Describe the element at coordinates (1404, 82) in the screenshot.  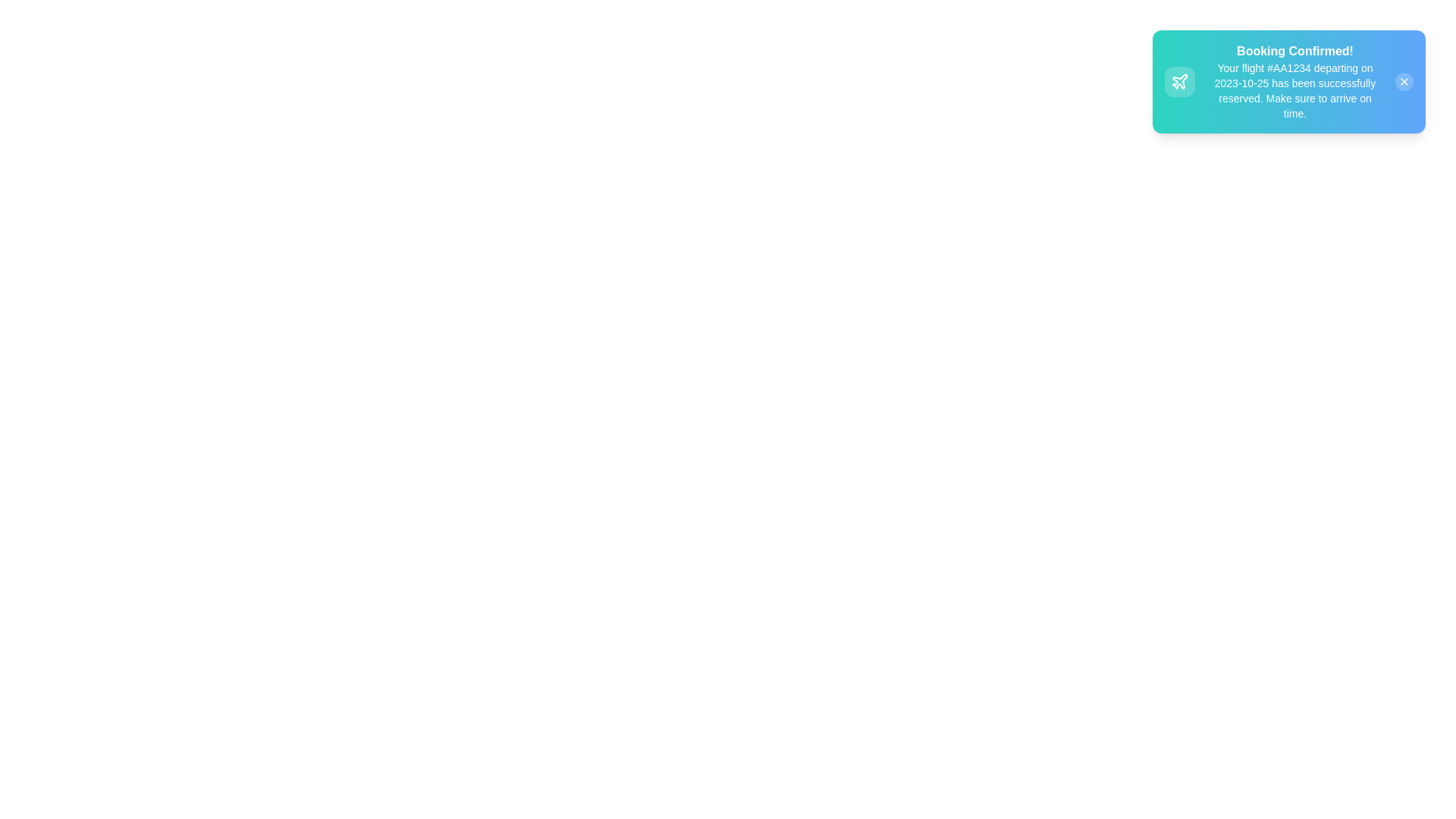
I see `the close button located at the top-right corner of the notification card` at that location.